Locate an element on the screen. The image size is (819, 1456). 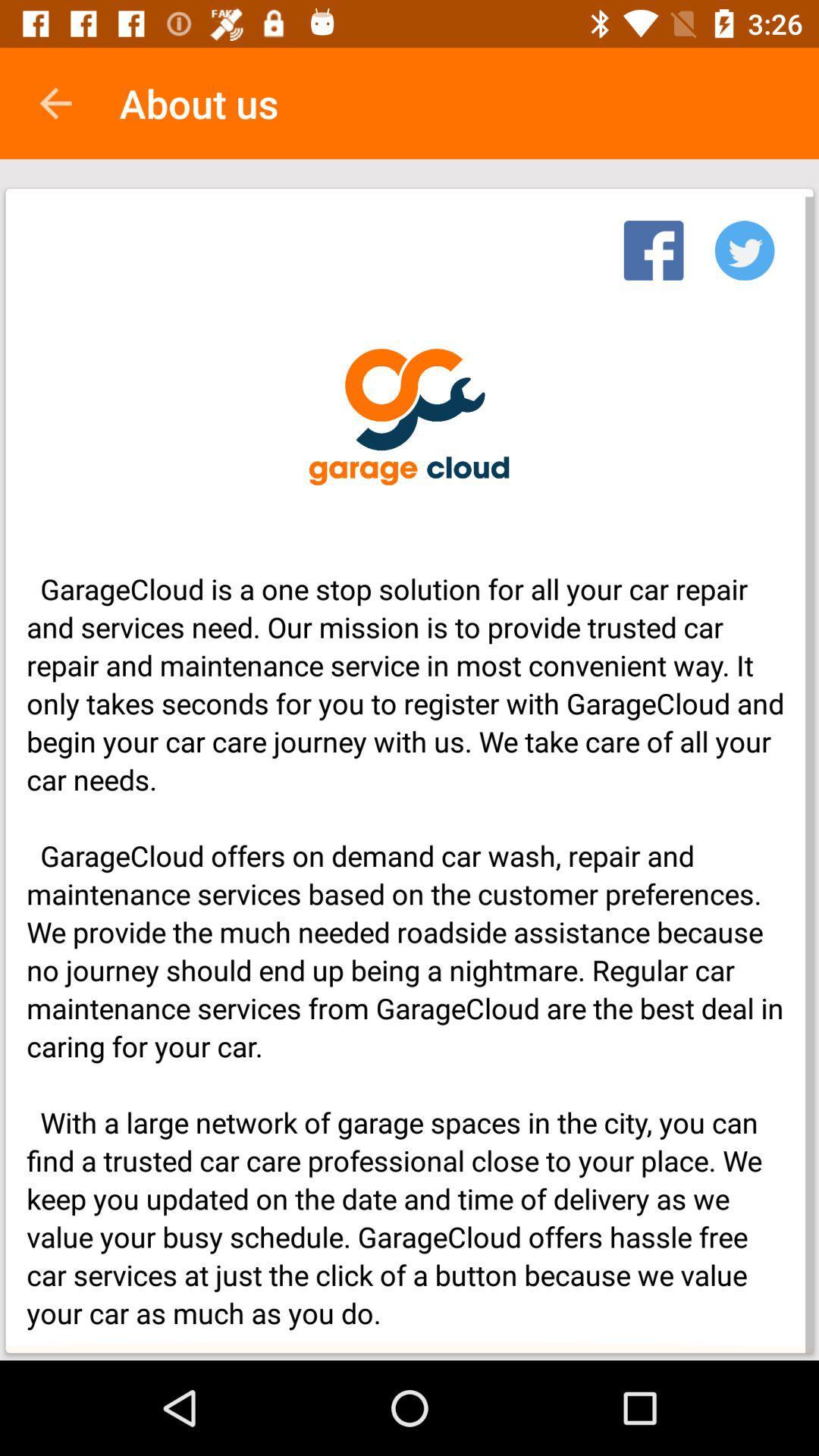
icon above the garagecloud is a item is located at coordinates (653, 246).